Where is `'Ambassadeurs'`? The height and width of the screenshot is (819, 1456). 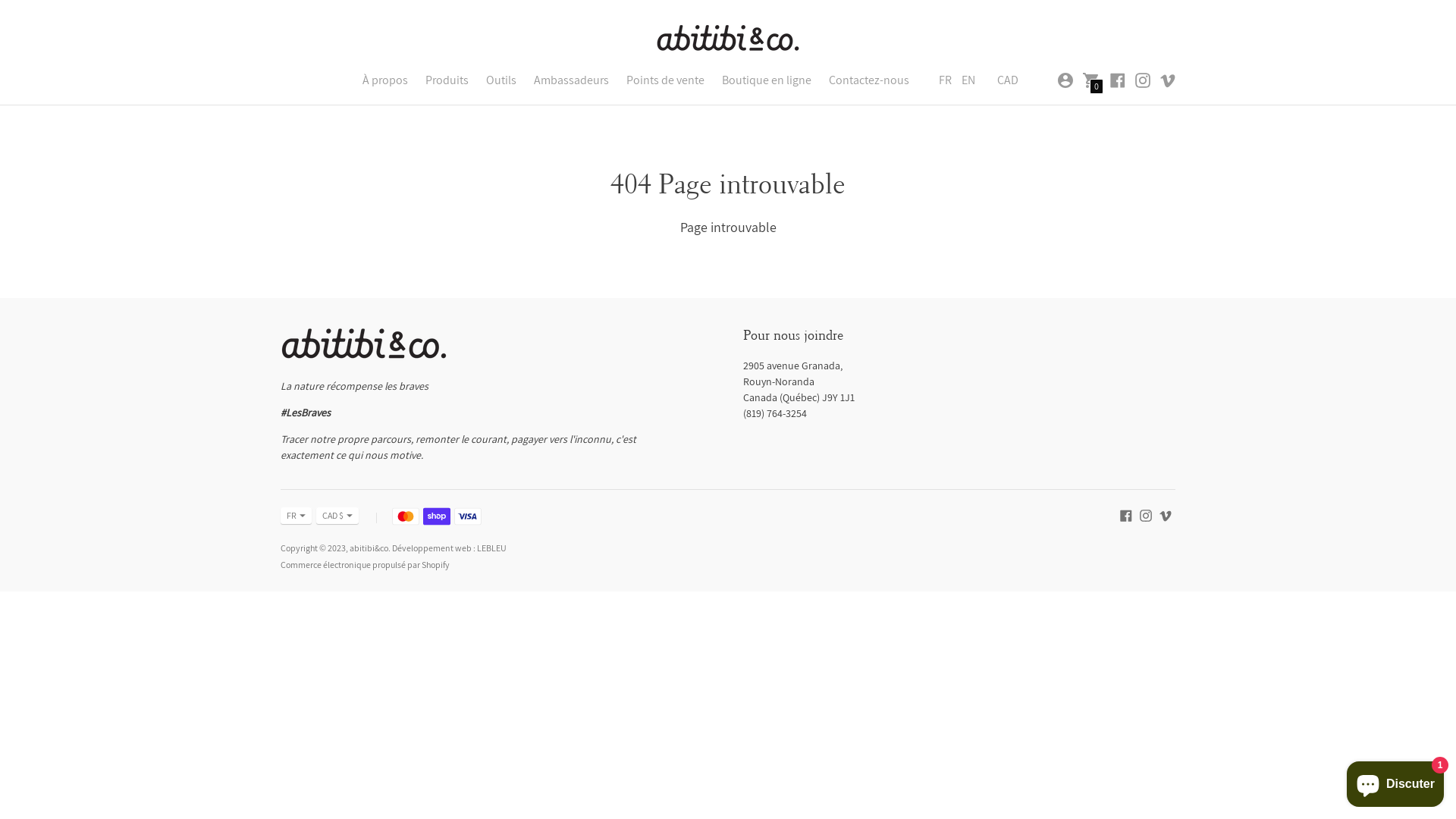 'Ambassadeurs' is located at coordinates (570, 80).